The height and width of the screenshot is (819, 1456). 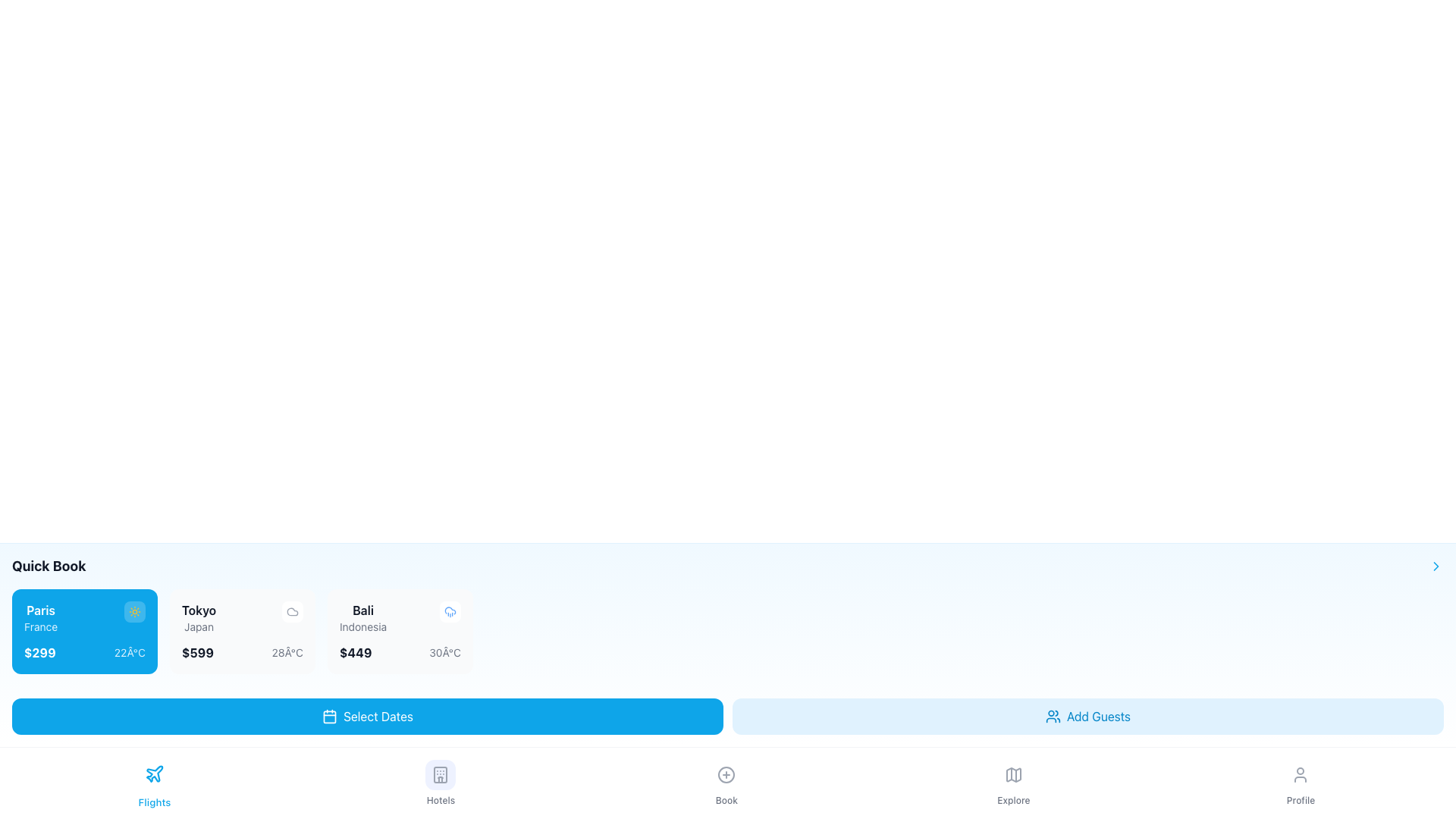 I want to click on the map-shaped icon in the bottom navigation bar, which is the third element from the left, so click(x=1013, y=775).